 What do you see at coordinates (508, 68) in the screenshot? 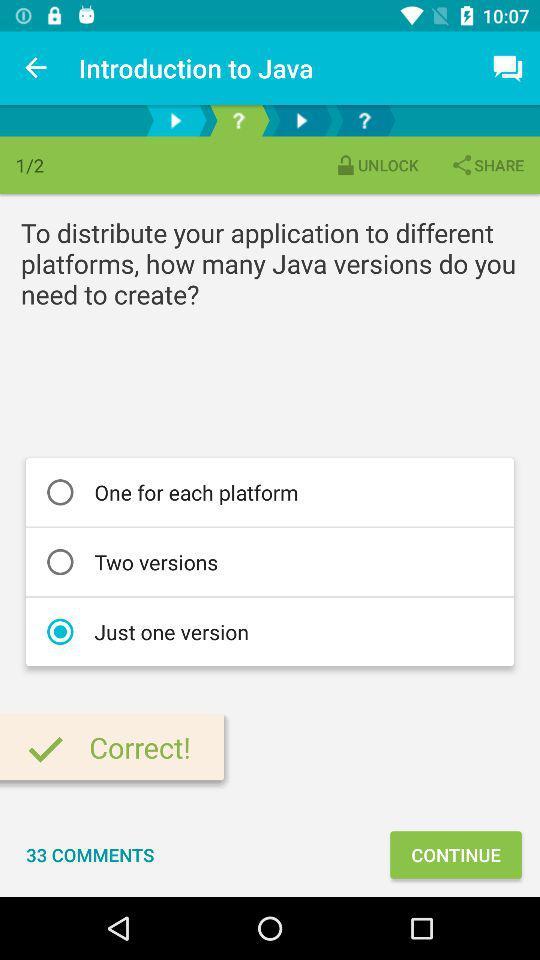
I see `the item above share item` at bounding box center [508, 68].